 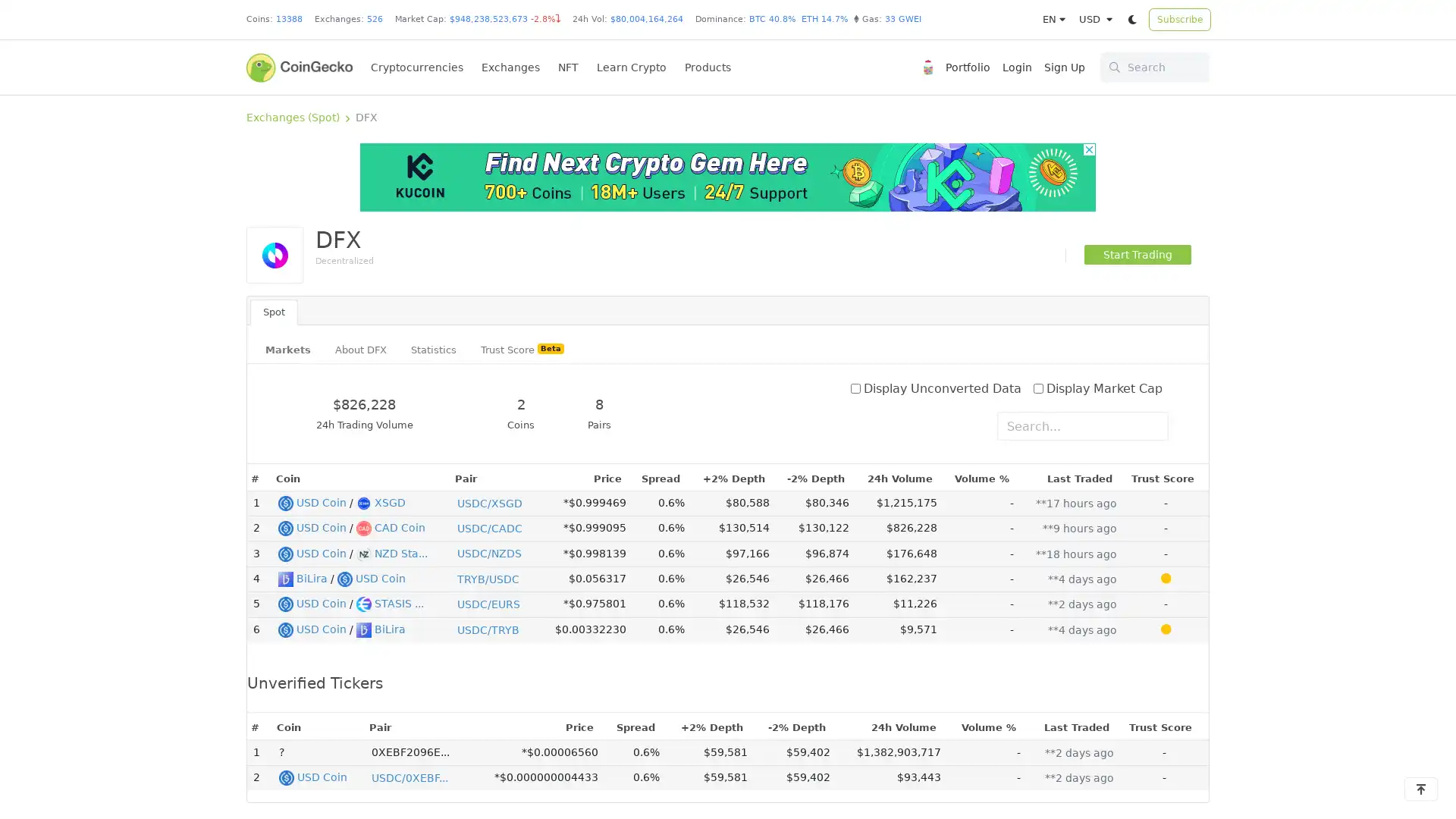 What do you see at coordinates (1178, 20) in the screenshot?
I see `Subscribe` at bounding box center [1178, 20].